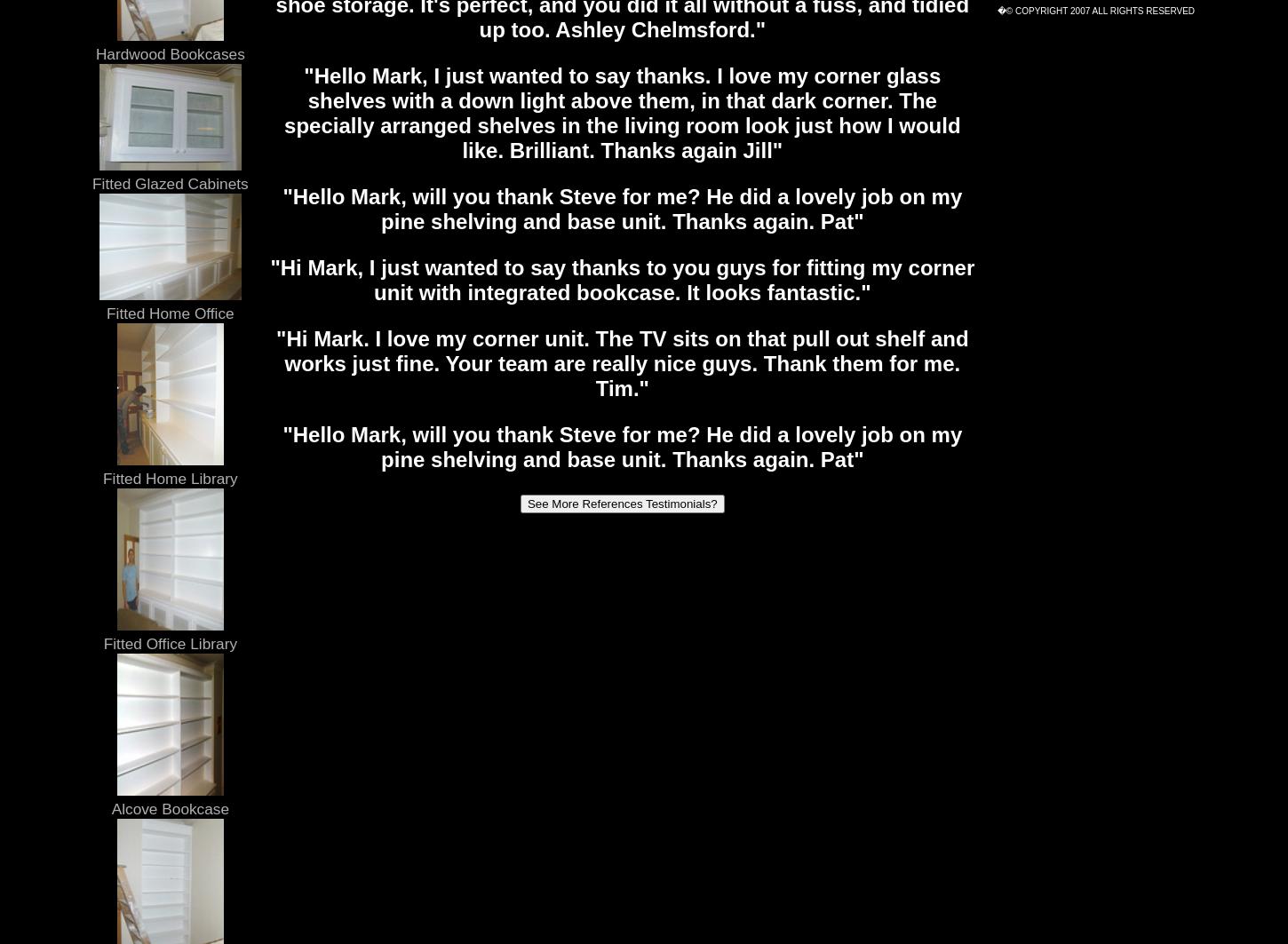 This screenshot has height=944, width=1288. What do you see at coordinates (169, 807) in the screenshot?
I see `'Alcove Bookcase'` at bounding box center [169, 807].